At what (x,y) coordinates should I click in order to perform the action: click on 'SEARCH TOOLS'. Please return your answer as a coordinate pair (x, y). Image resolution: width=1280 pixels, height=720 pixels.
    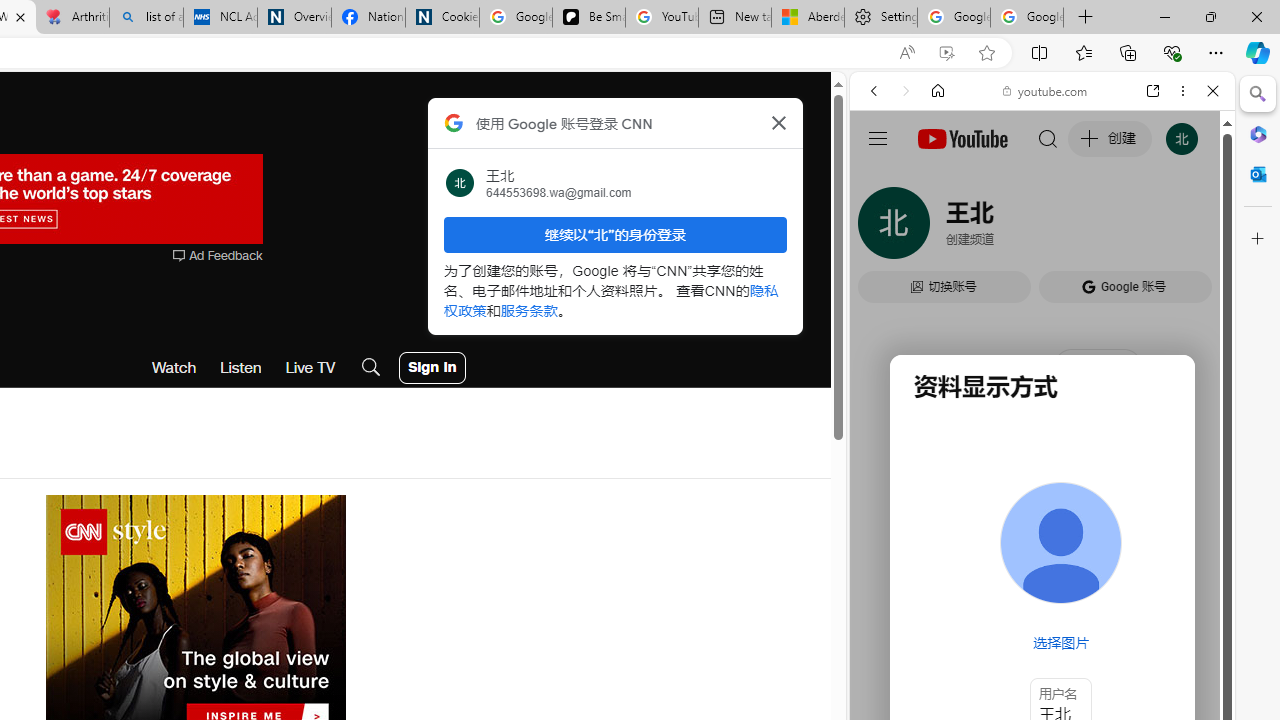
    Looking at the image, I should click on (1092, 227).